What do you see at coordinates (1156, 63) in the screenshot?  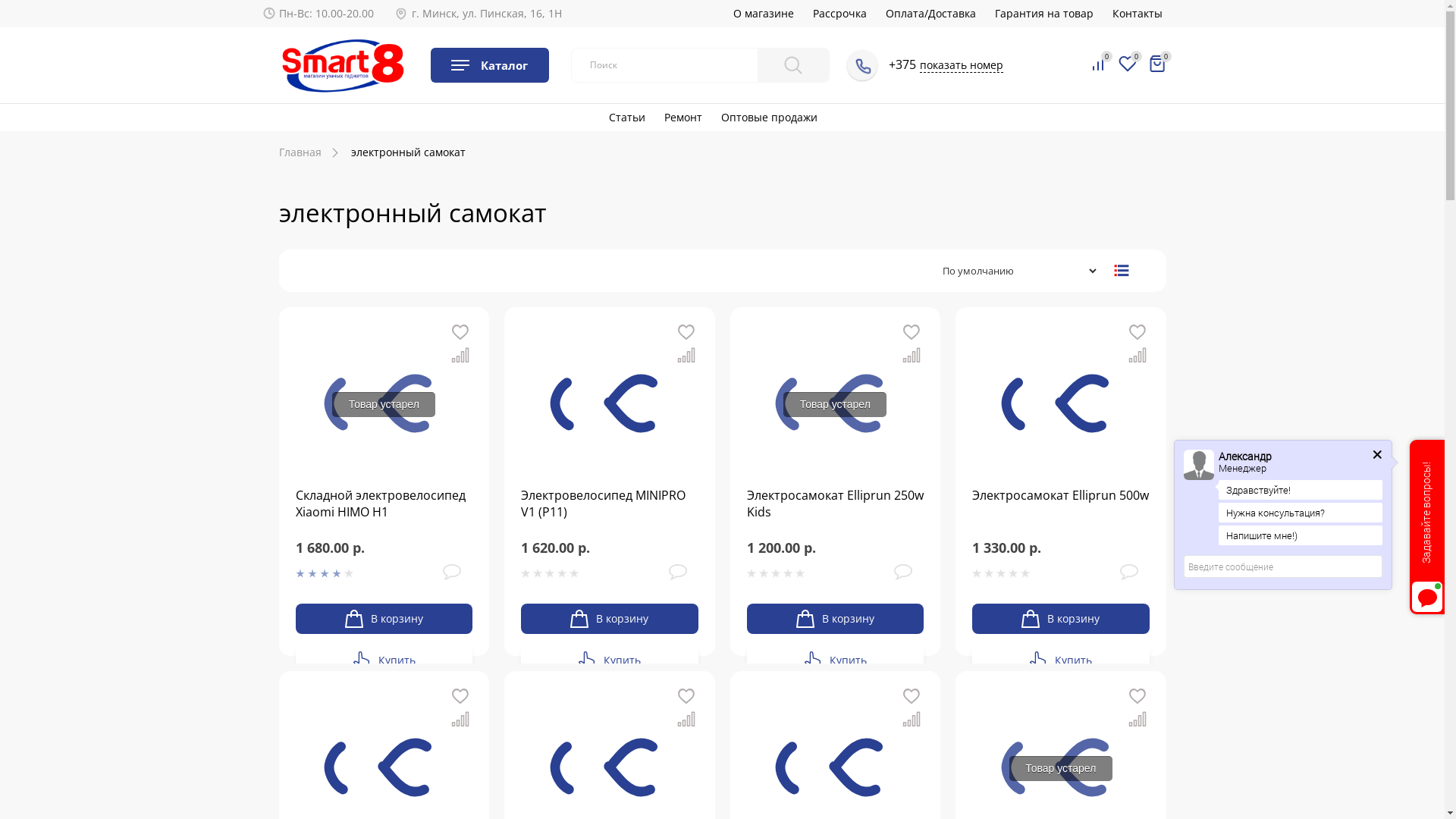 I see `'0'` at bounding box center [1156, 63].